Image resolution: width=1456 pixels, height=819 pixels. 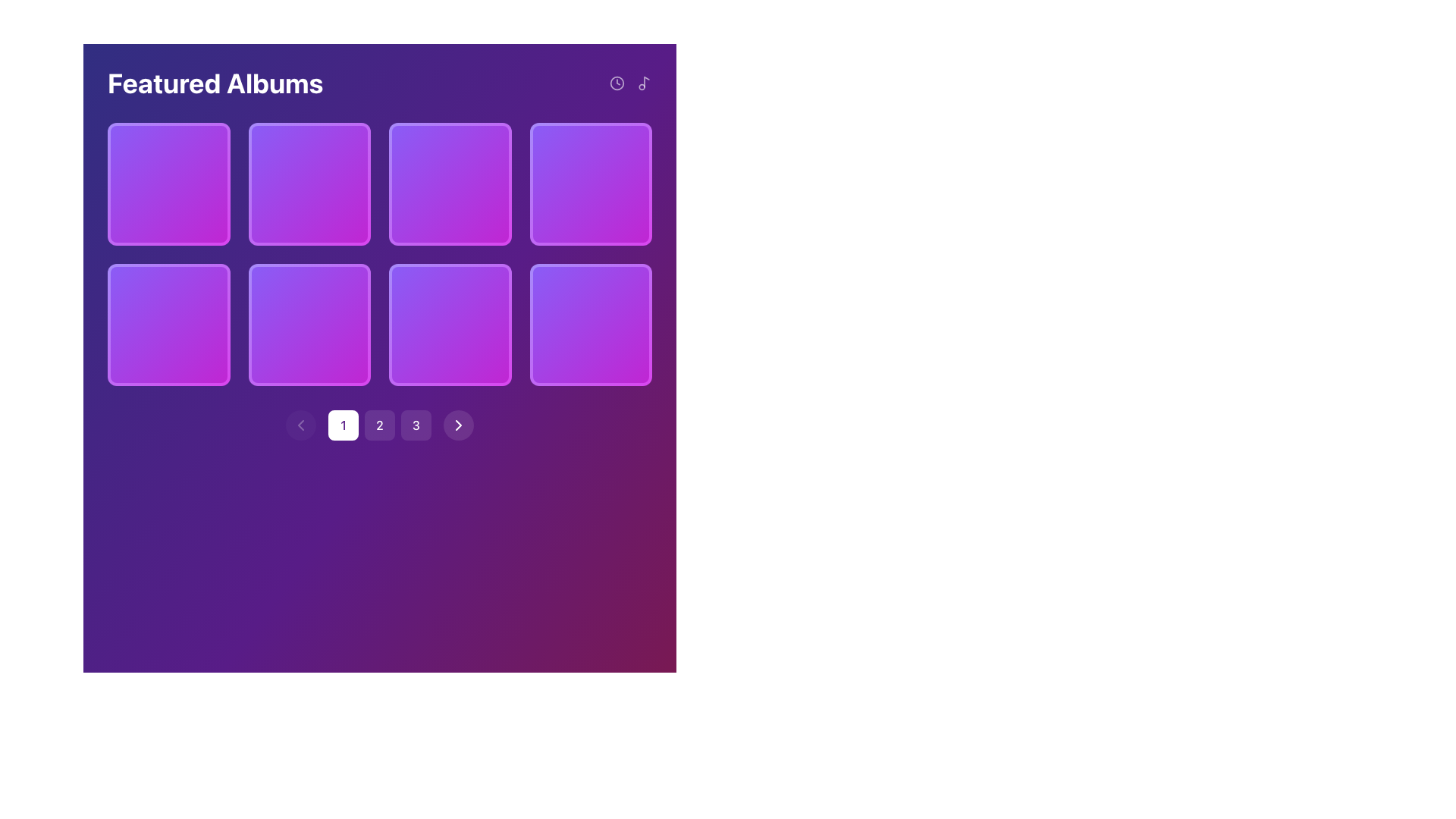 What do you see at coordinates (309, 202) in the screenshot?
I see `the contents of the informational overlay panel displaying album name 'Album 2', artist name 'Artist 2', and track details '55:179 tracks', located in the second column of the first row of a grid layout` at bounding box center [309, 202].